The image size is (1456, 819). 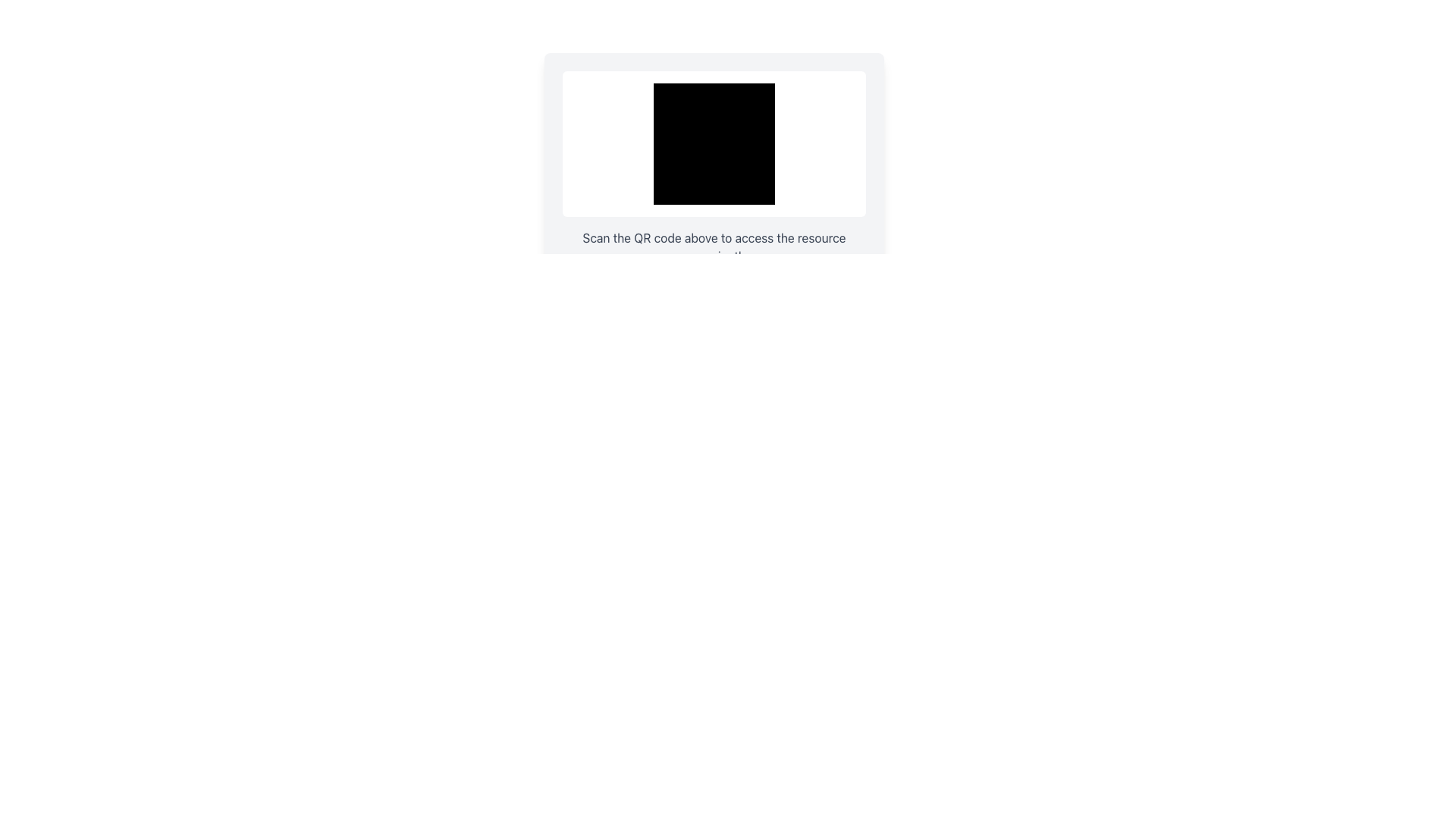 What do you see at coordinates (713, 246) in the screenshot?
I see `instruction displayed on the Static Text Label that says 'Scan the QR code above to access the resource conveniently.'` at bounding box center [713, 246].